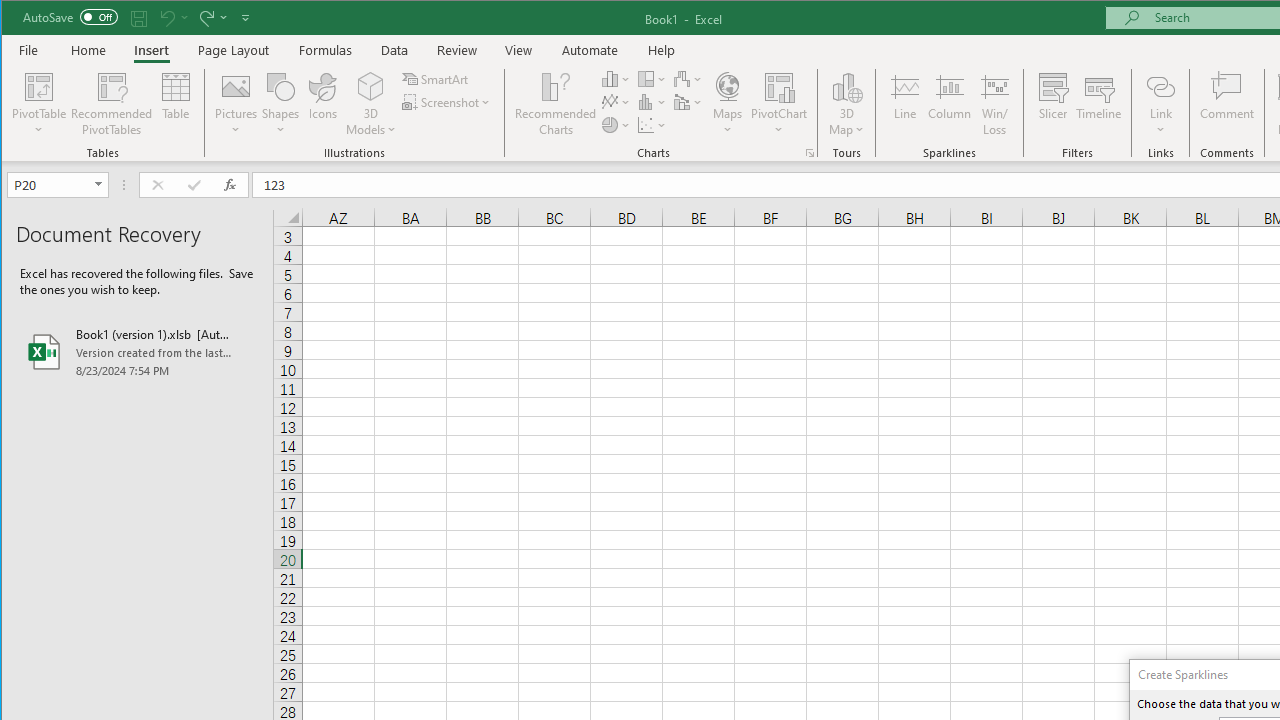 The height and width of the screenshot is (720, 1280). Describe the element at coordinates (615, 102) in the screenshot. I see `'Insert Line or Area Chart'` at that location.